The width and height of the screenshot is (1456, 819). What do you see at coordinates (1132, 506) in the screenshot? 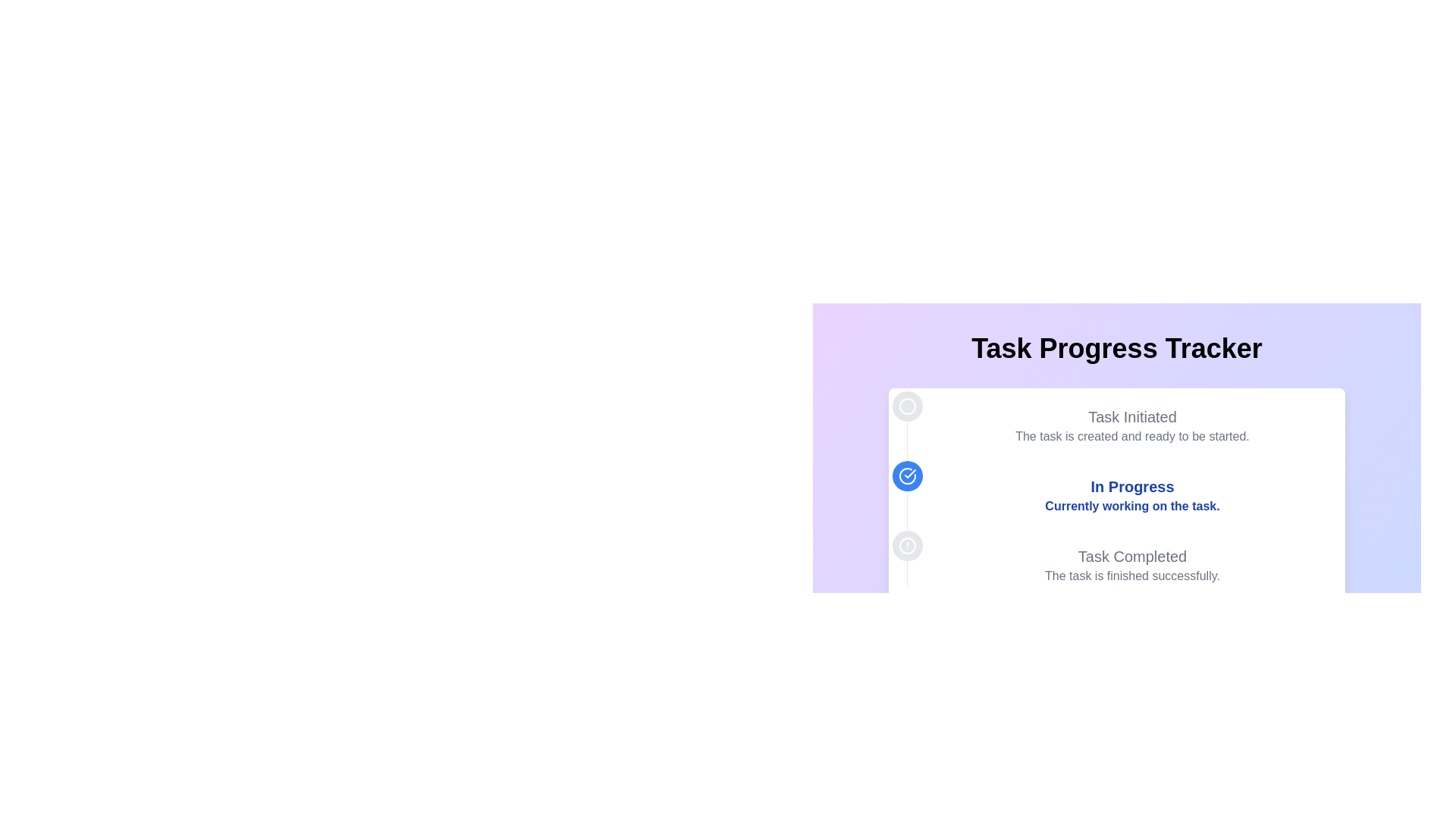
I see `descriptive message text element located below the 'In Progress' message in the task progress tracker` at bounding box center [1132, 506].